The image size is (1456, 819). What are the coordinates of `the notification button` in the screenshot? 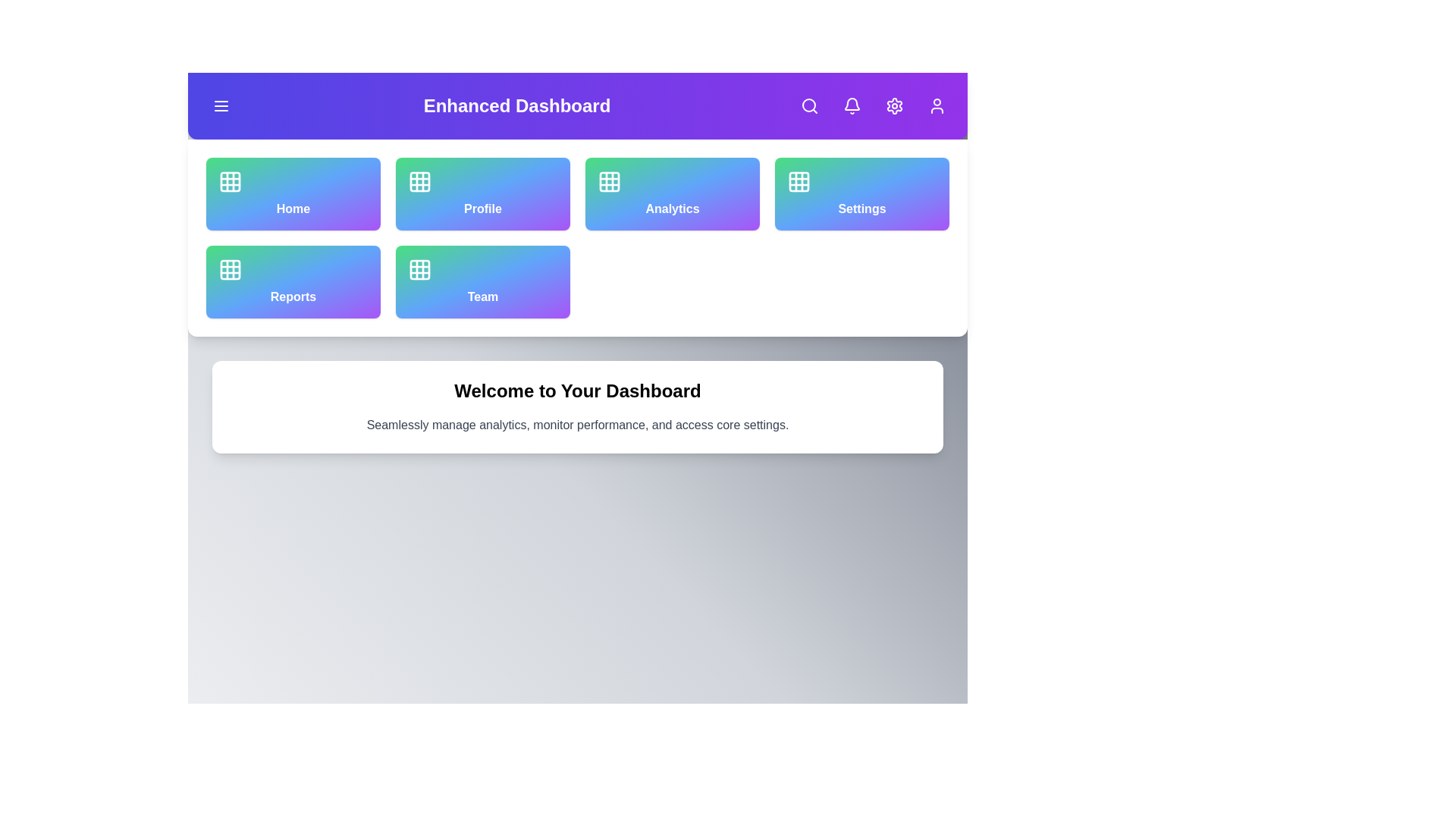 It's located at (852, 105).